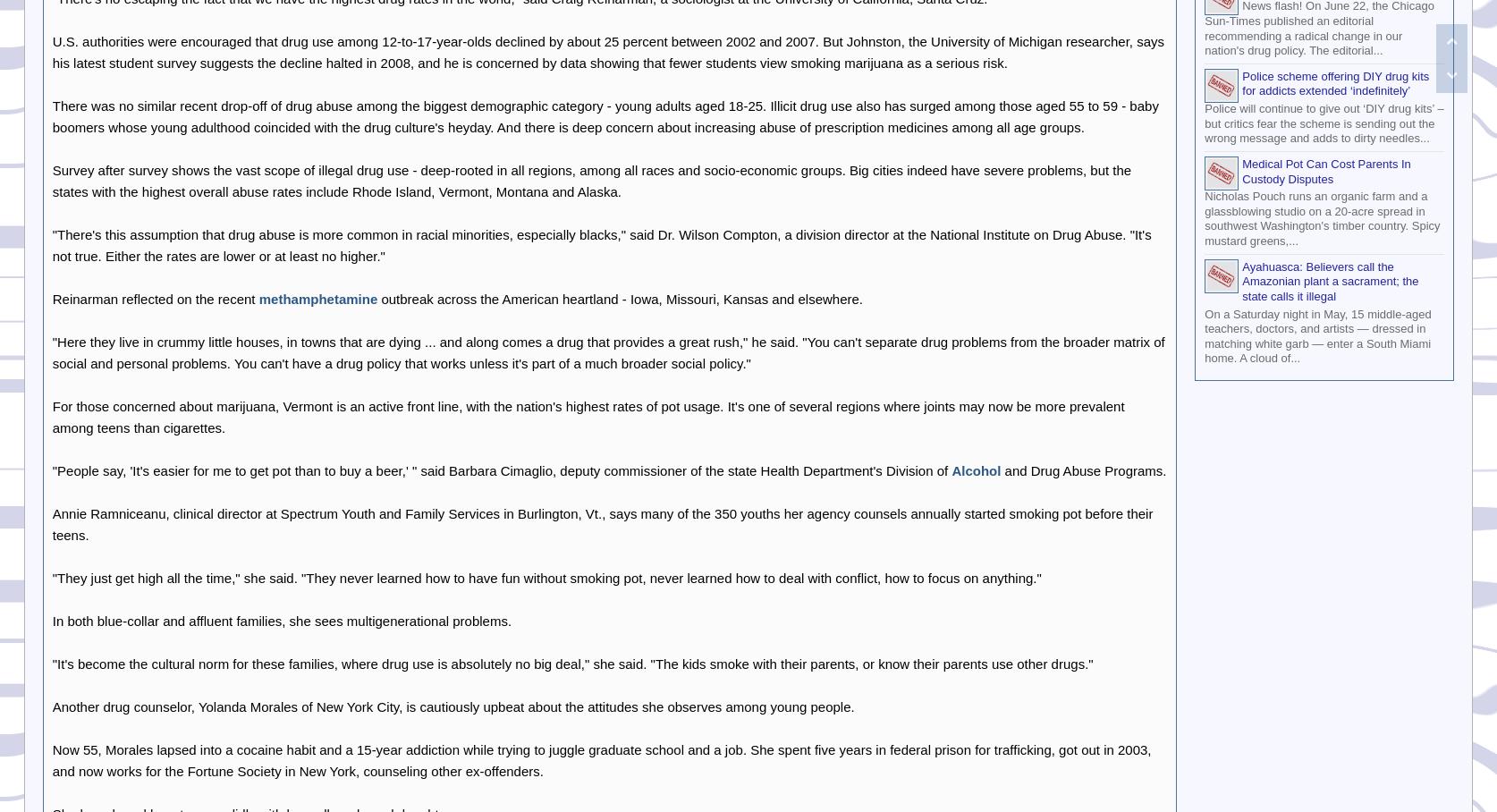 The width and height of the screenshot is (1497, 812). Describe the element at coordinates (51, 297) in the screenshot. I see `'Reinarman reflected on the recent'` at that location.